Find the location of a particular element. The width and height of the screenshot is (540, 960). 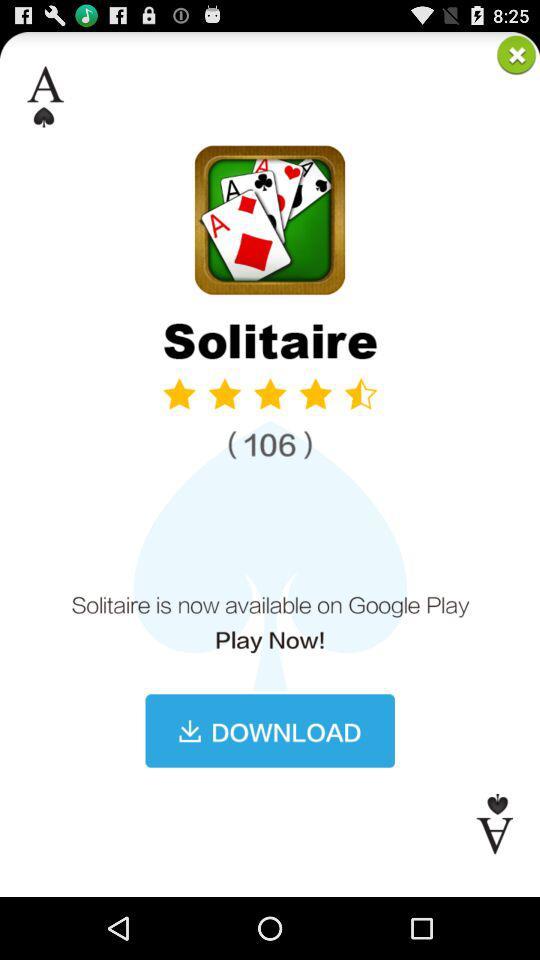

the close icon is located at coordinates (516, 57).